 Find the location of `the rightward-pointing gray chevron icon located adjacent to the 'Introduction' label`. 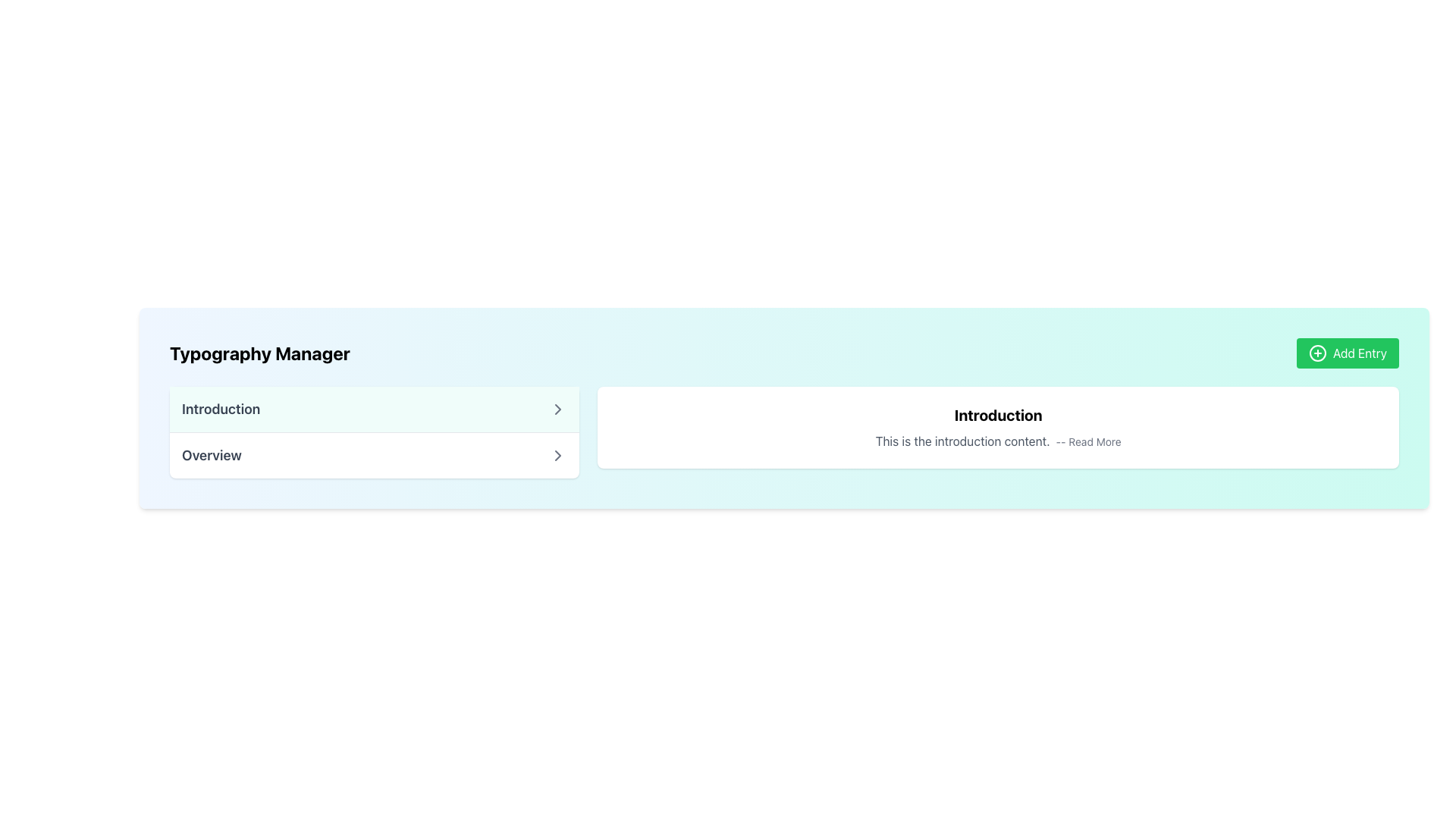

the rightward-pointing gray chevron icon located adjacent to the 'Introduction' label is located at coordinates (557, 409).